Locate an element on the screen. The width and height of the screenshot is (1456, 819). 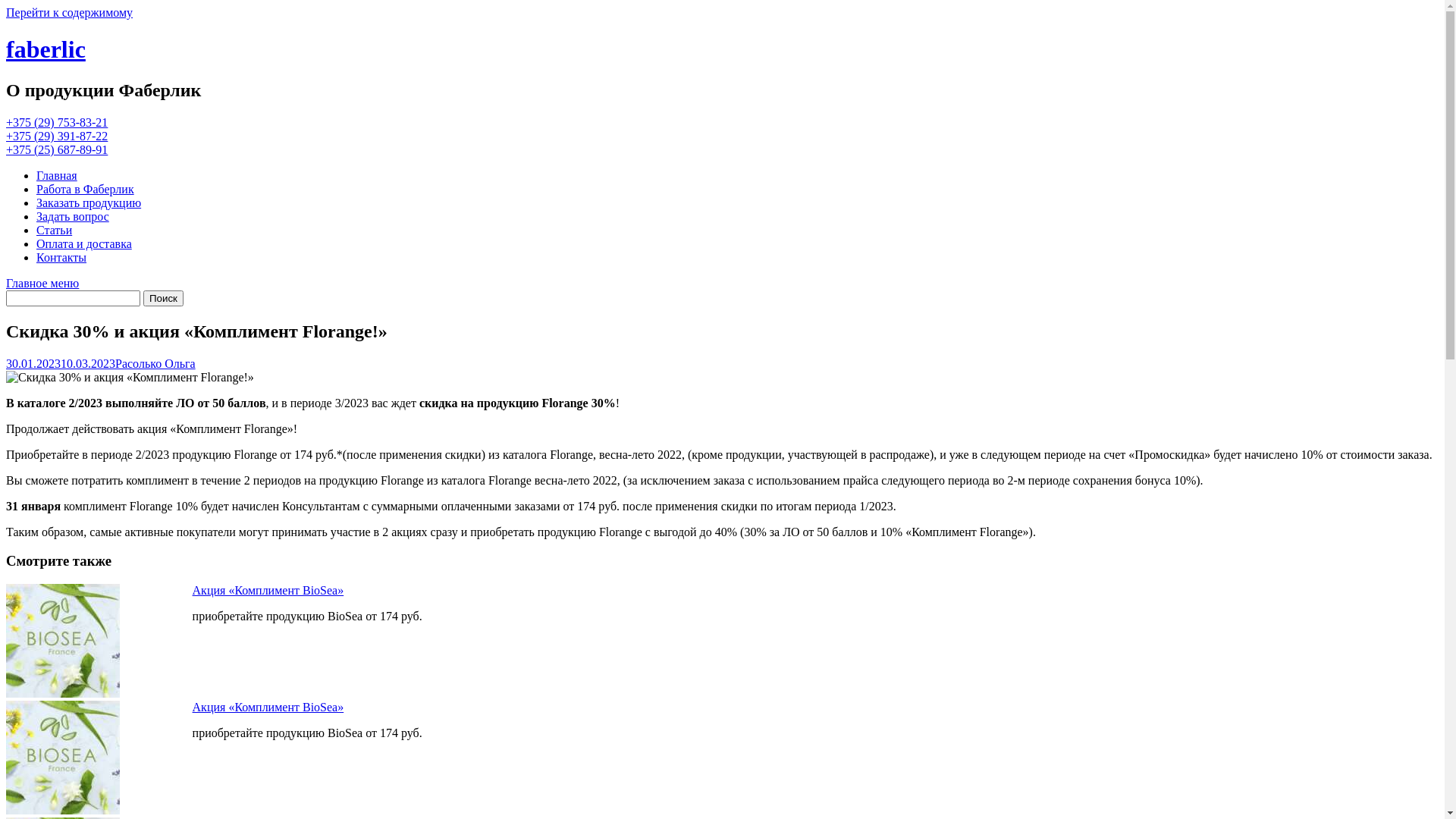
'30.01.202310.03.2023' is located at coordinates (61, 363).